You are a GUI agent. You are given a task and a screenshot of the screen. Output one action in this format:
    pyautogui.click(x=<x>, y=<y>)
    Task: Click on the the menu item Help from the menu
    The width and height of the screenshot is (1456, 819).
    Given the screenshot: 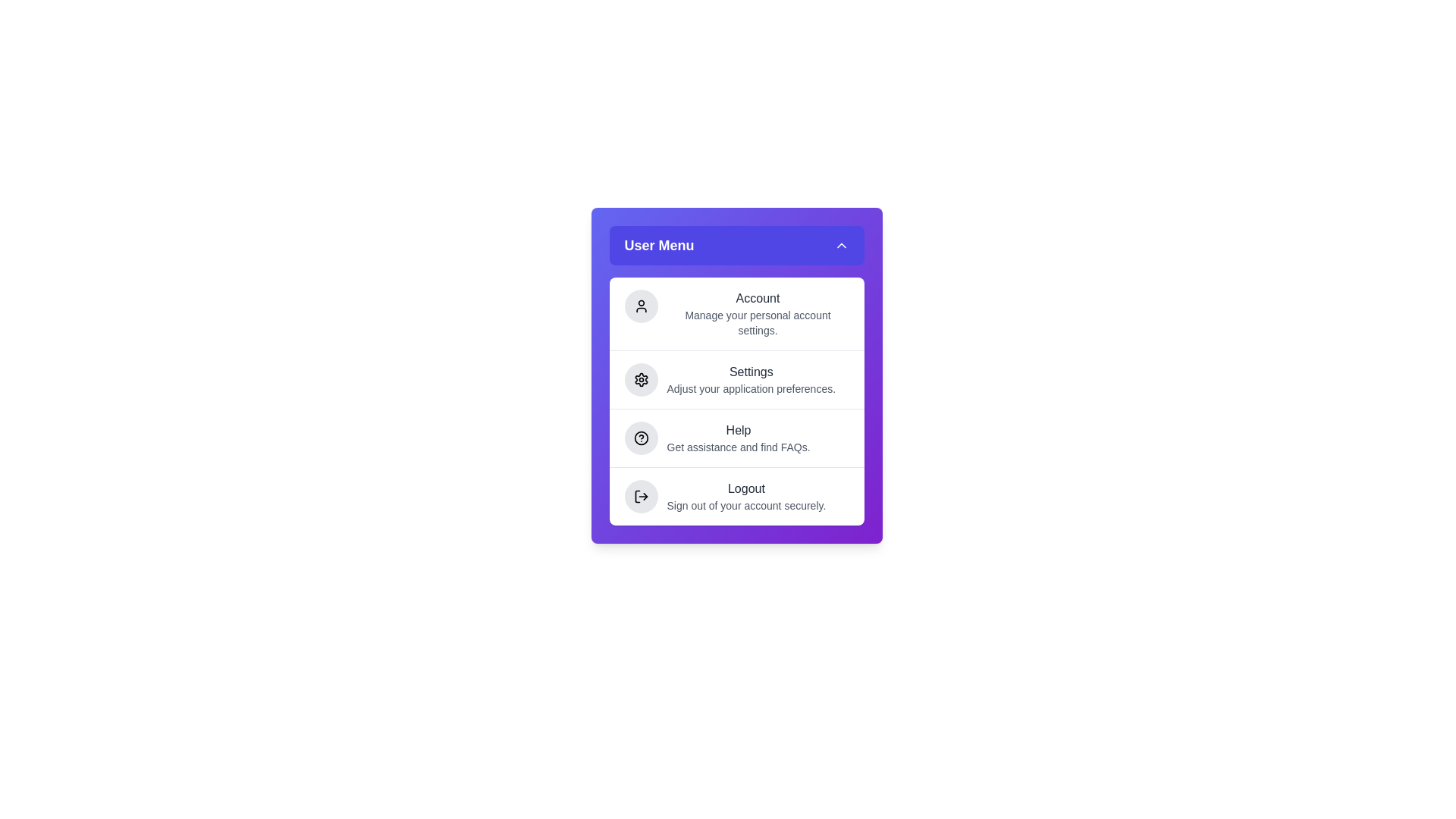 What is the action you would take?
    pyautogui.click(x=736, y=438)
    